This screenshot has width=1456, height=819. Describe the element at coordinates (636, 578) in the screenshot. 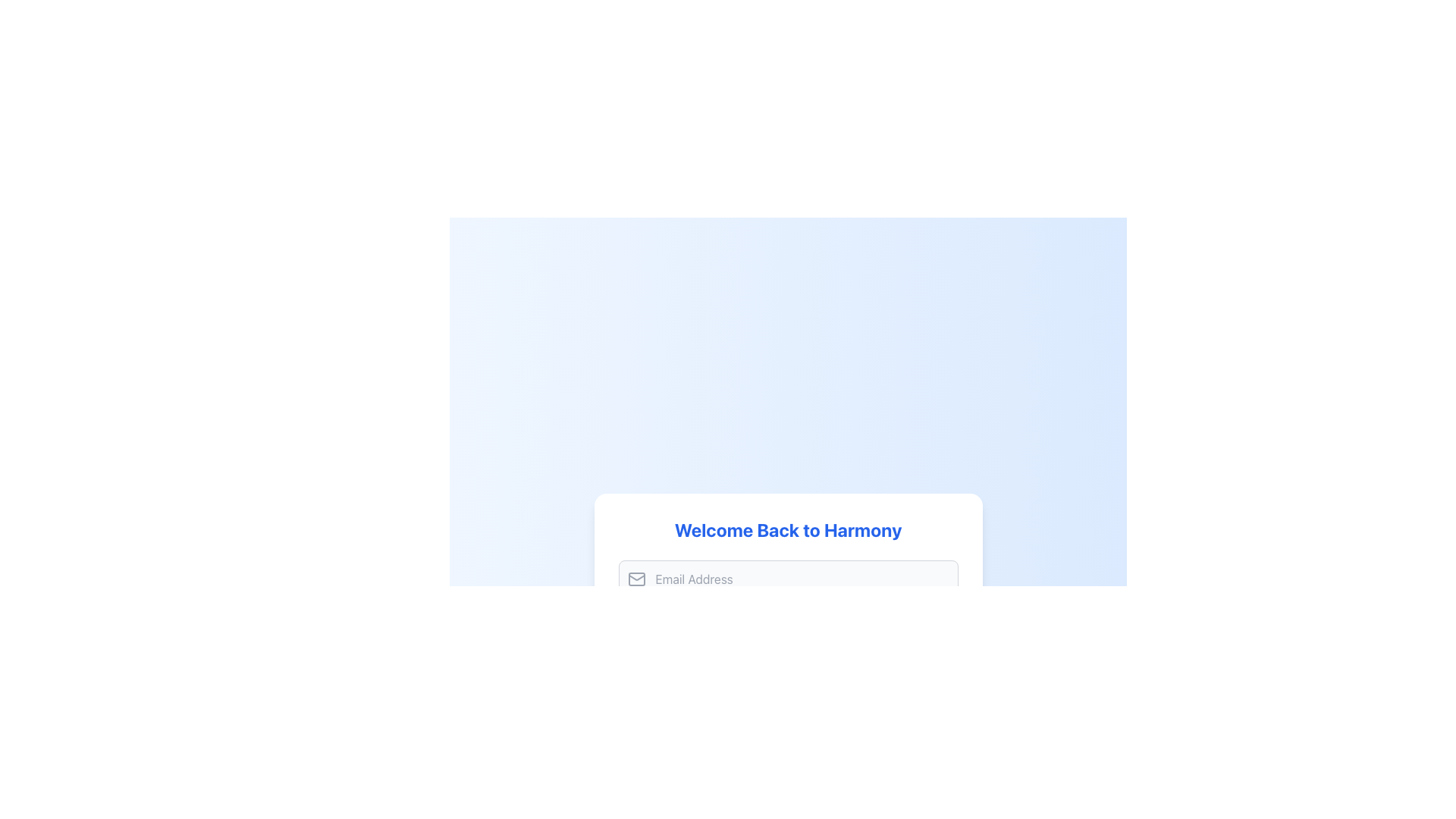

I see `diagonal lines forming a triangular shape inside the envelope of the mail icon located at the center of the envelope icon` at that location.